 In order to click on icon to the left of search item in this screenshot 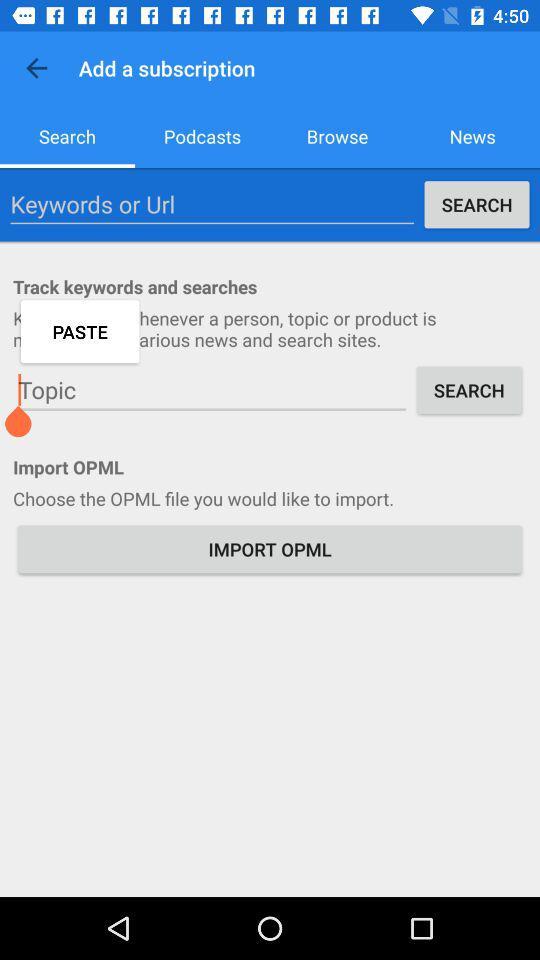, I will do `click(211, 204)`.